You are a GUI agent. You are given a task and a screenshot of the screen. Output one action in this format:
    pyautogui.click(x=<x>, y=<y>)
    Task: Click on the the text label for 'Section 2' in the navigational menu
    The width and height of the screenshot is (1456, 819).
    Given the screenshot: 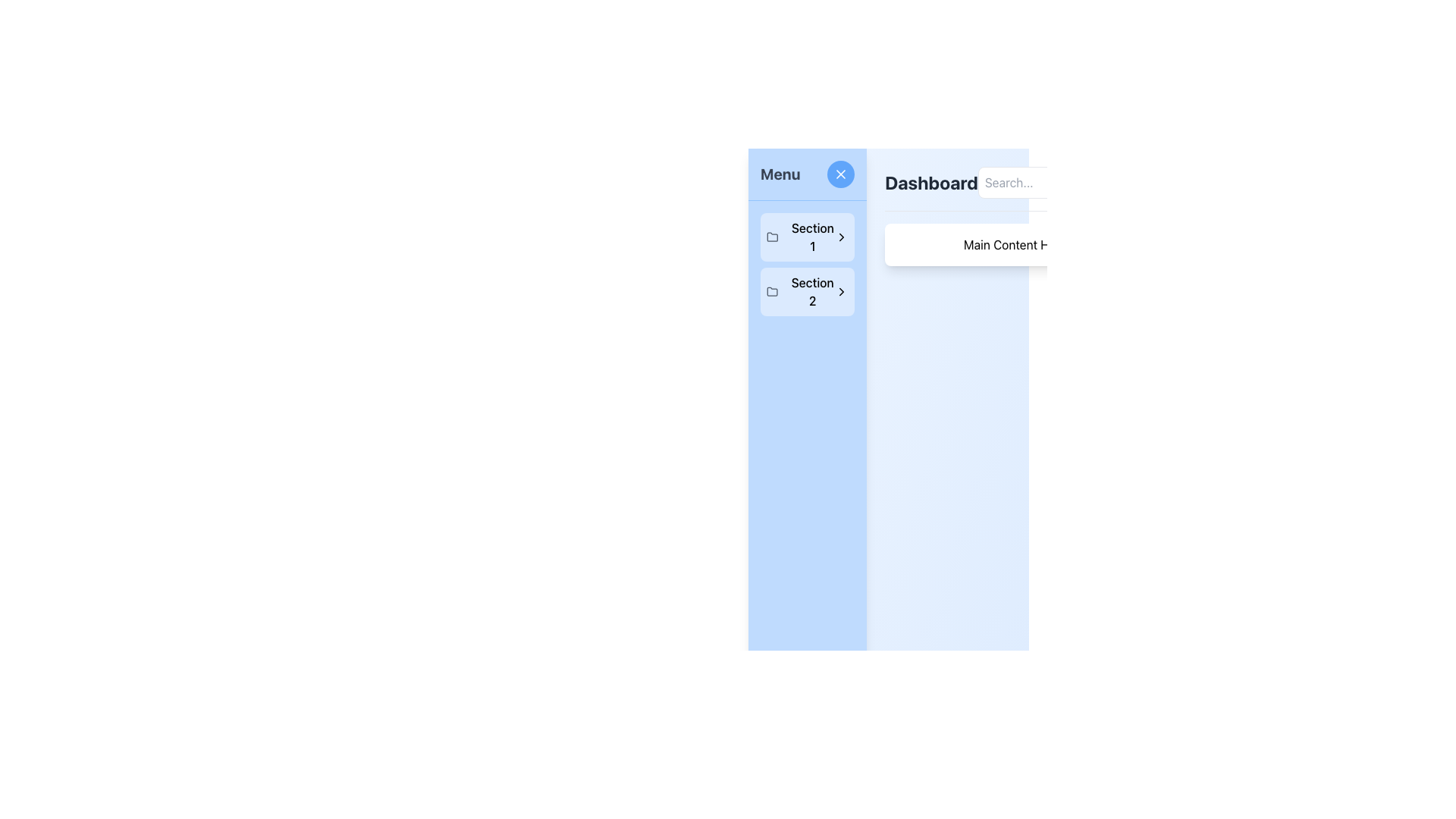 What is the action you would take?
    pyautogui.click(x=811, y=292)
    